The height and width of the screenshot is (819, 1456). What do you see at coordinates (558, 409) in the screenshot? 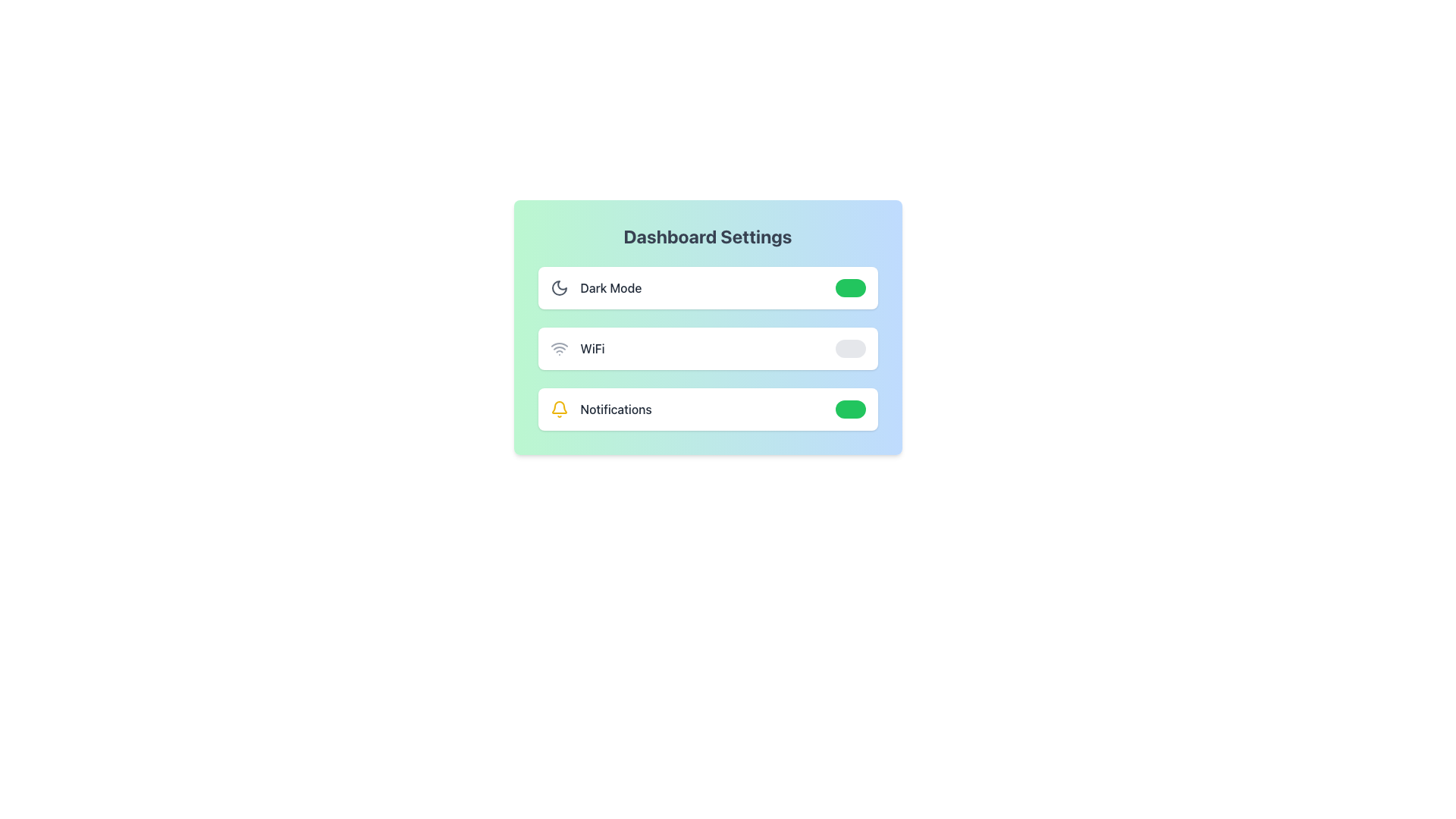
I see `the yellow bell icon located to the left of the 'Notifications' text in the settings menu` at bounding box center [558, 409].